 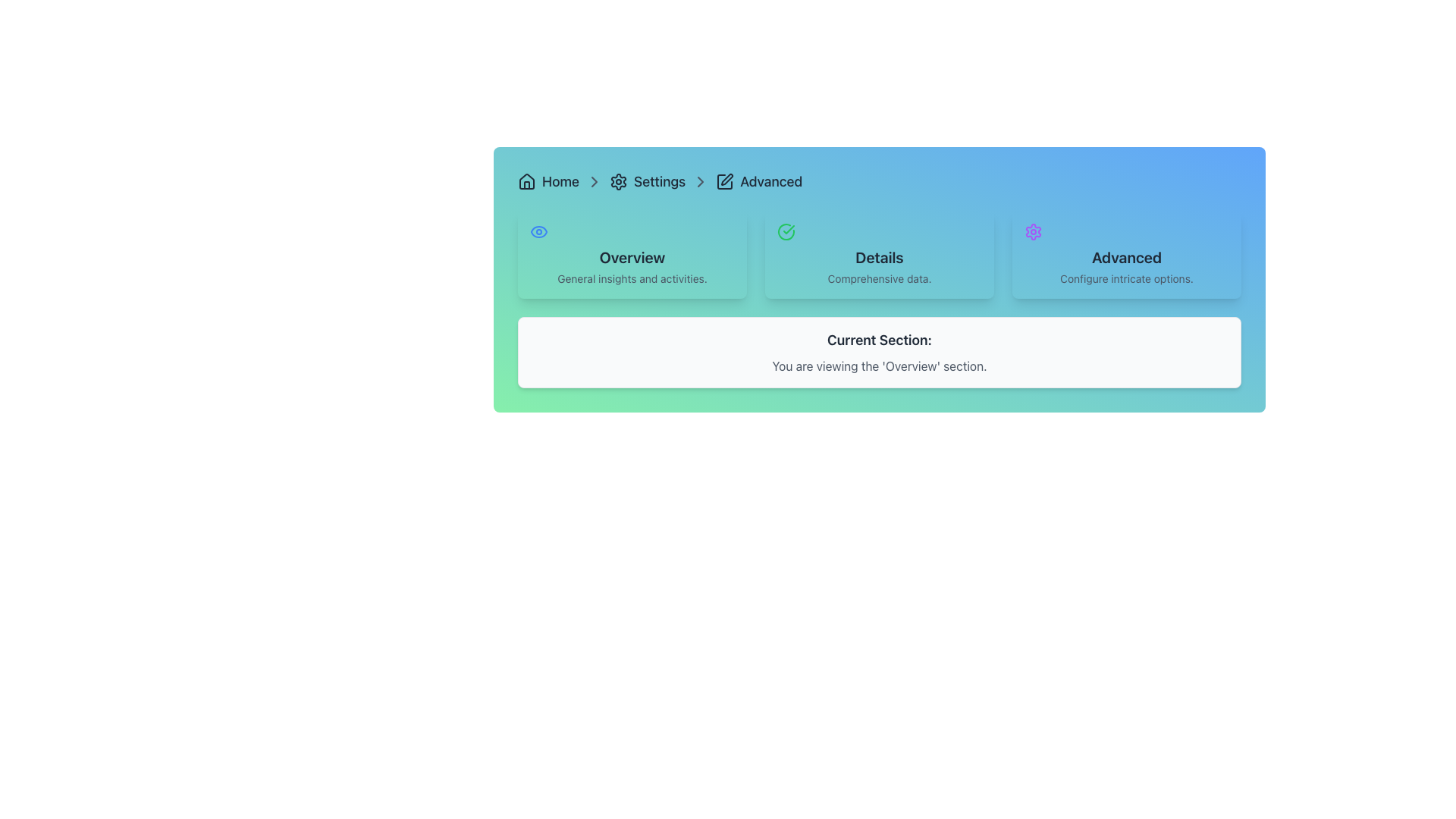 I want to click on the Breadcrumb link in the top left of the navigation bar to return to the homepage, so click(x=548, y=180).